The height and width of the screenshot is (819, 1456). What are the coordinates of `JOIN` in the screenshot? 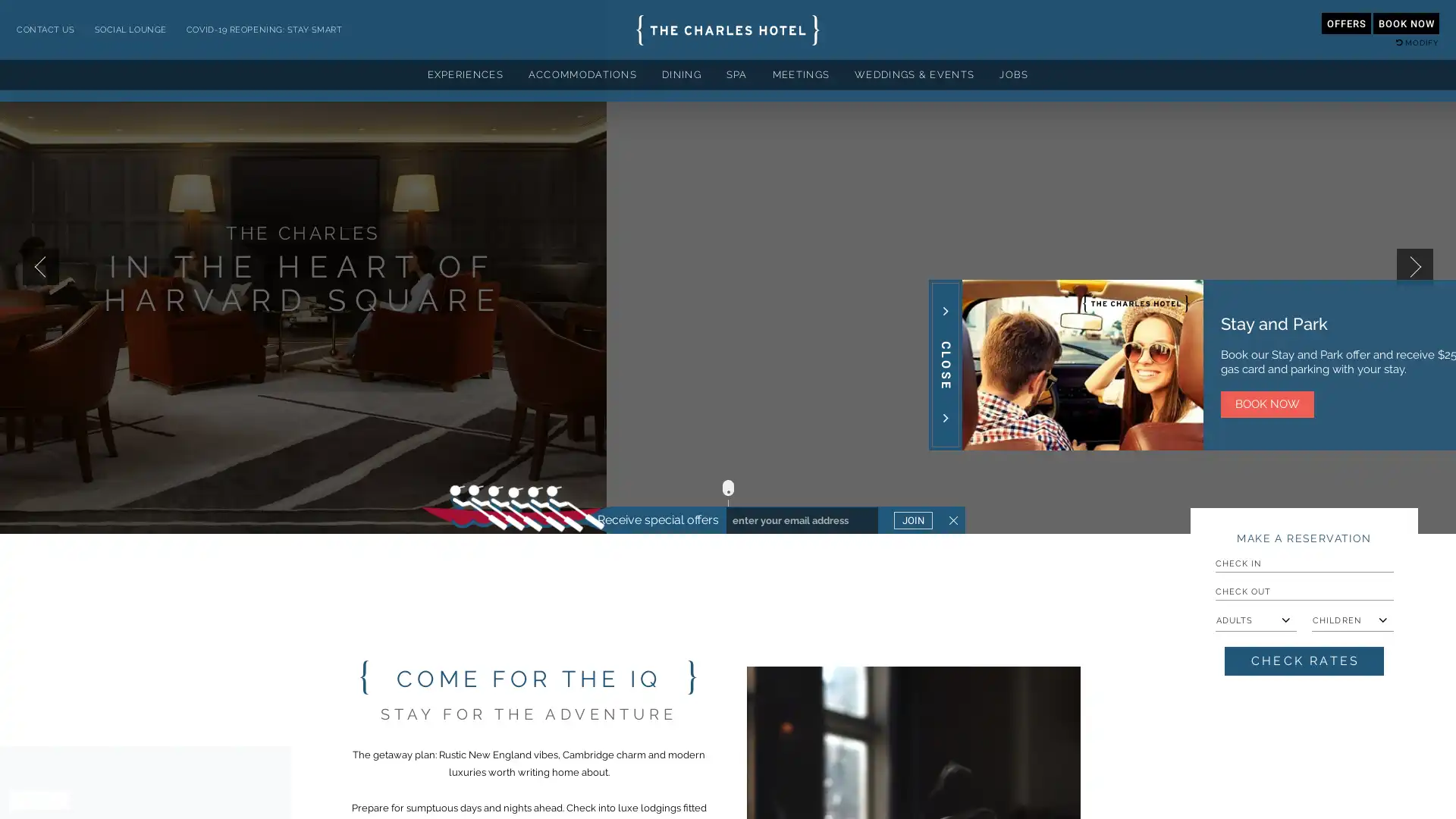 It's located at (912, 519).